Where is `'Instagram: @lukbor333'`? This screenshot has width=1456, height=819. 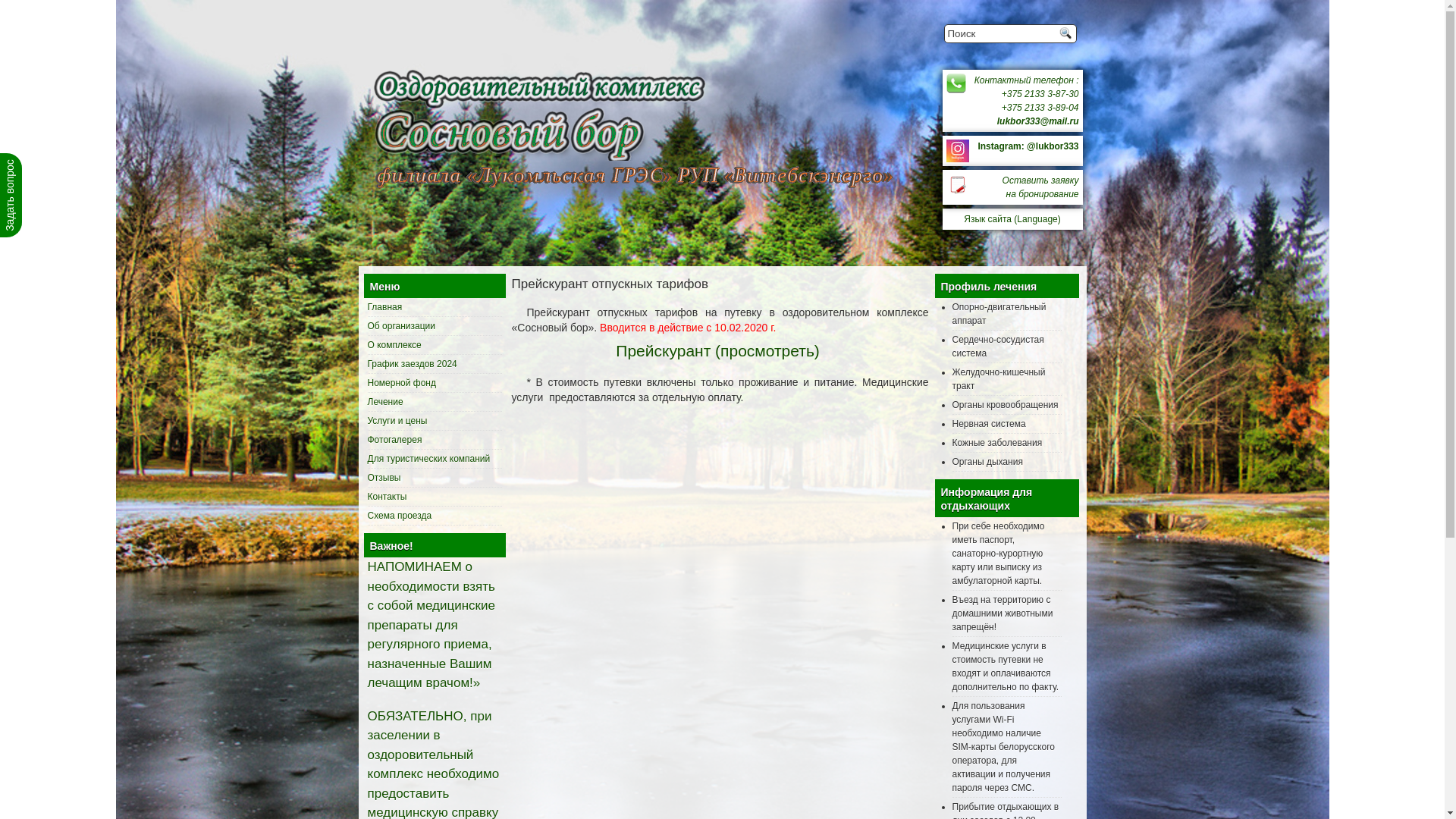
'Instagram: @lukbor333' is located at coordinates (1028, 146).